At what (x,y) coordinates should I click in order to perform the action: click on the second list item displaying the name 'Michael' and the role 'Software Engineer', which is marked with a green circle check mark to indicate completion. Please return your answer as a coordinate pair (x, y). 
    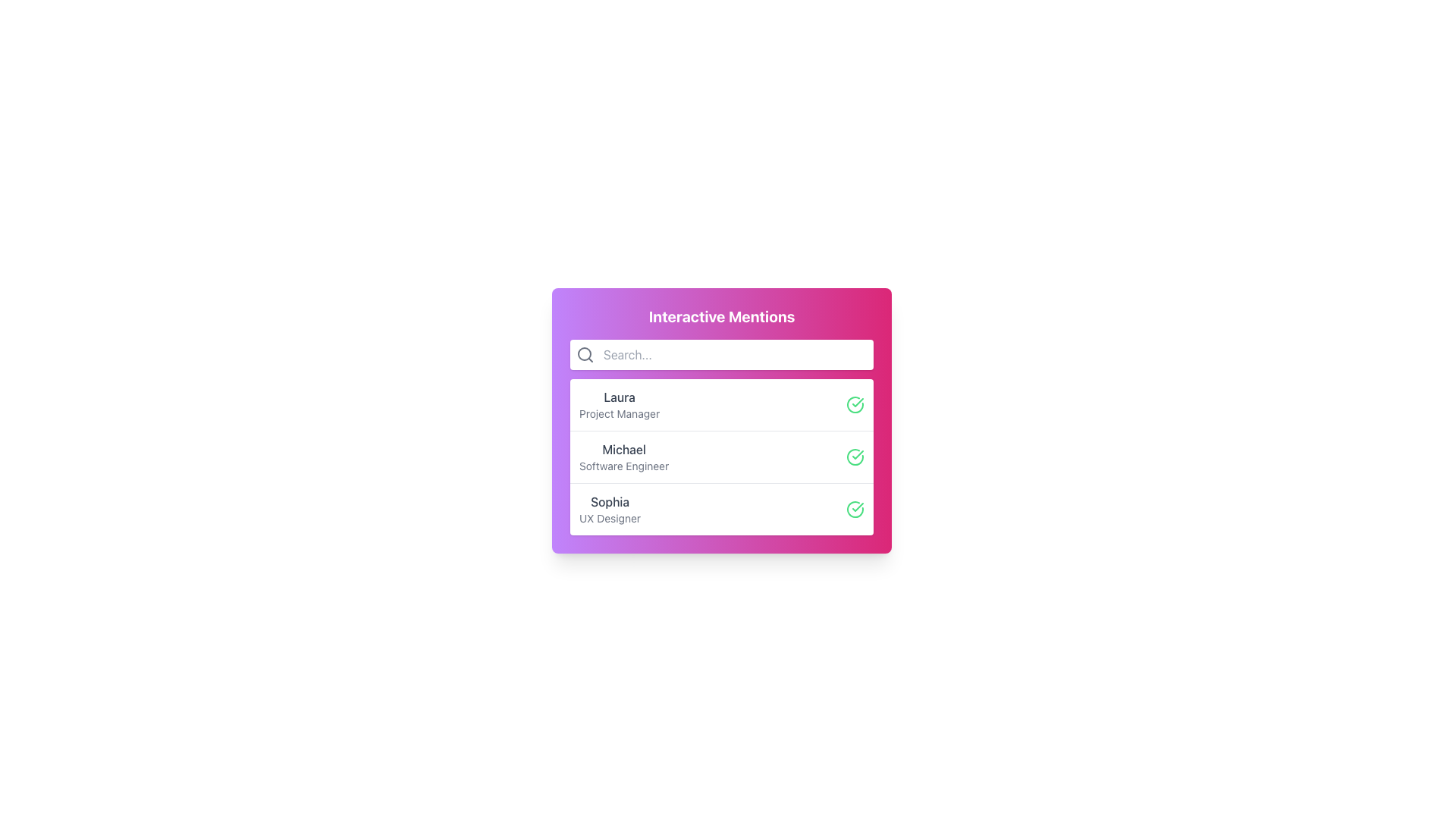
    Looking at the image, I should click on (720, 456).